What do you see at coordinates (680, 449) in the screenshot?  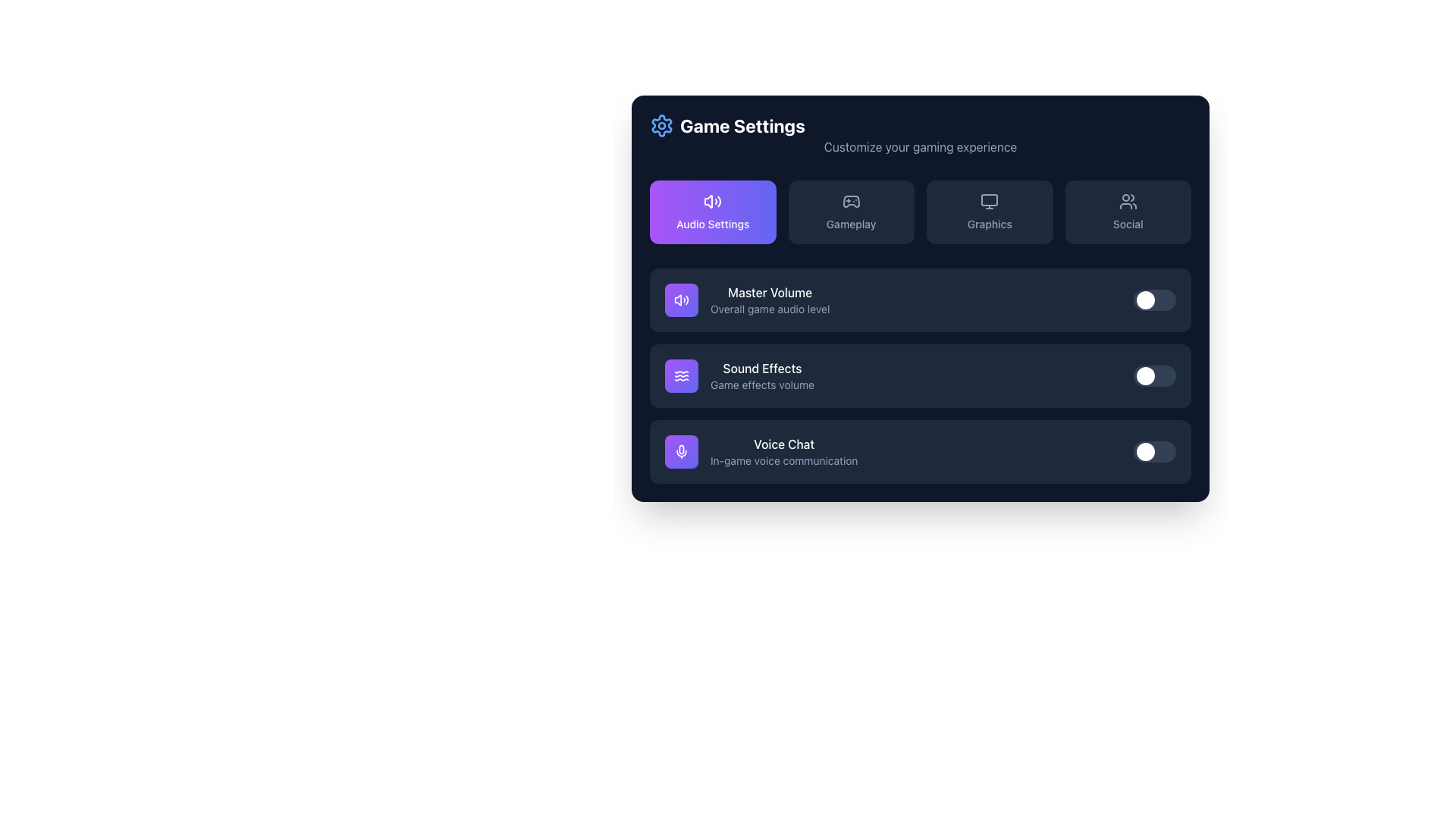 I see `the microphone icon located inside the 'Voice Chat' button in the 'Audio Settings' section of the interface` at bounding box center [680, 449].